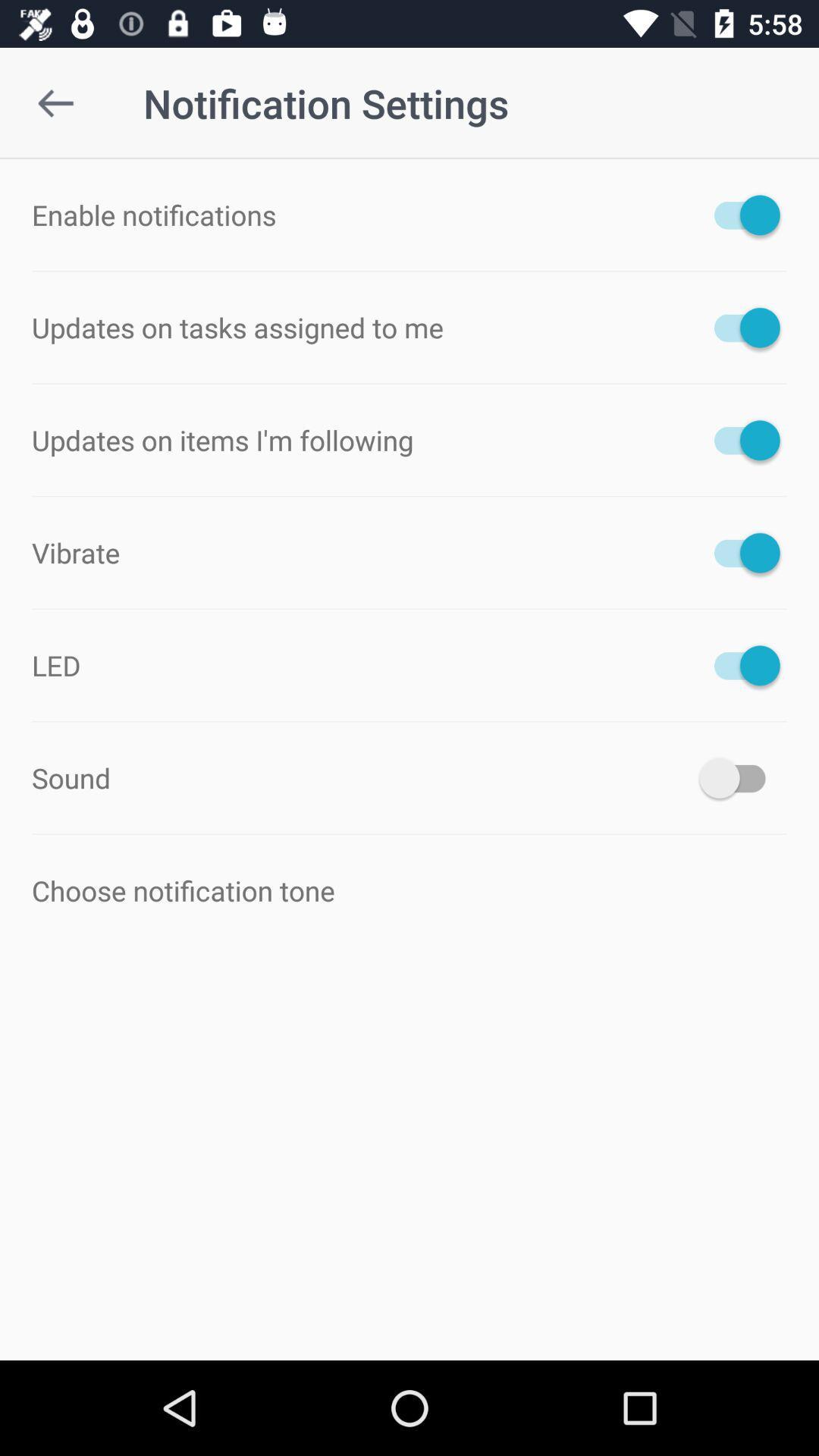 The width and height of the screenshot is (819, 1456). Describe the element at coordinates (739, 439) in the screenshot. I see `icon to the right of updates on items` at that location.